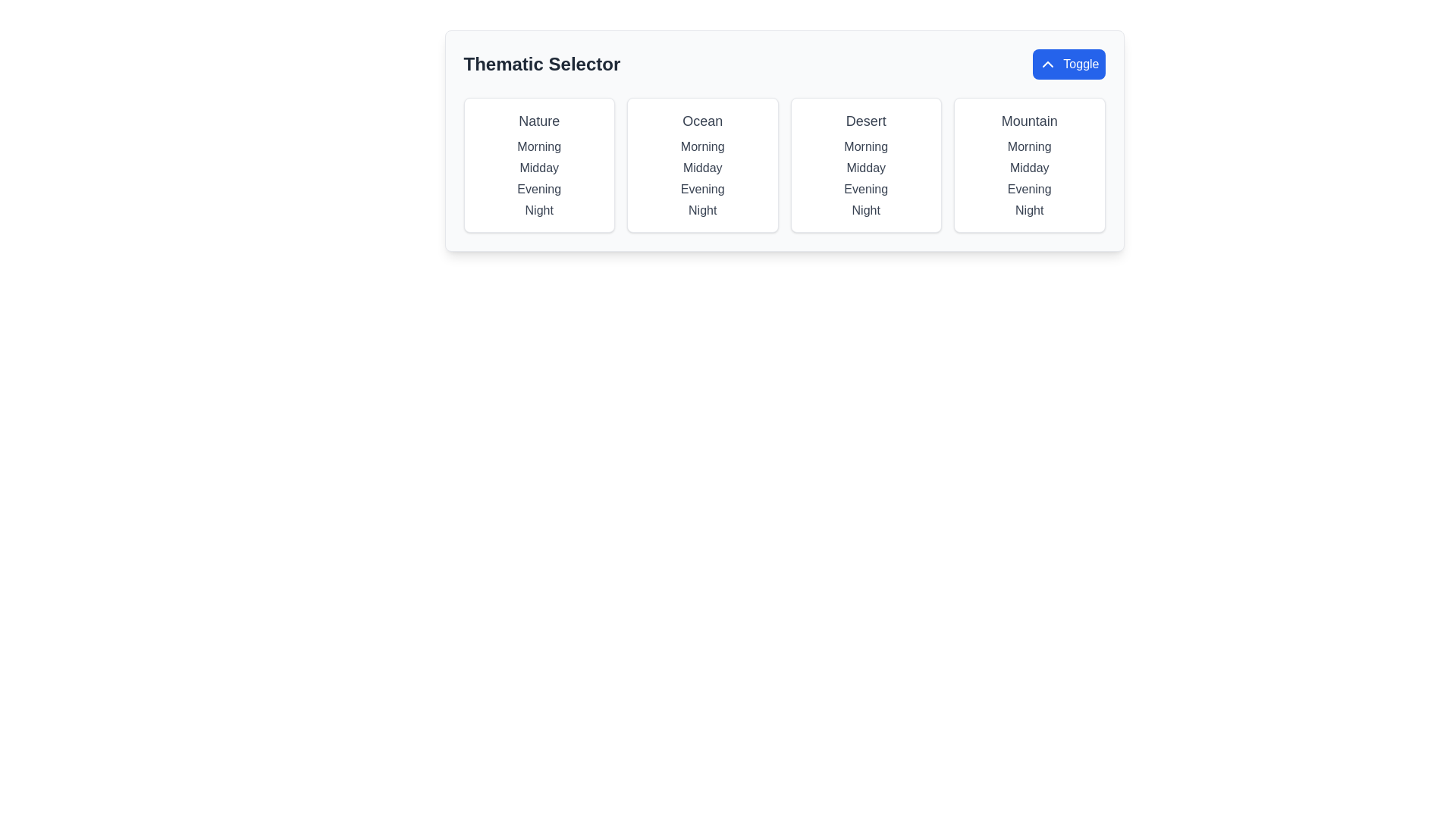 Image resolution: width=1456 pixels, height=819 pixels. I want to click on time-of-day labels in the Text Group located beneath the 'Ocean' label in the second column of the grid, so click(701, 177).